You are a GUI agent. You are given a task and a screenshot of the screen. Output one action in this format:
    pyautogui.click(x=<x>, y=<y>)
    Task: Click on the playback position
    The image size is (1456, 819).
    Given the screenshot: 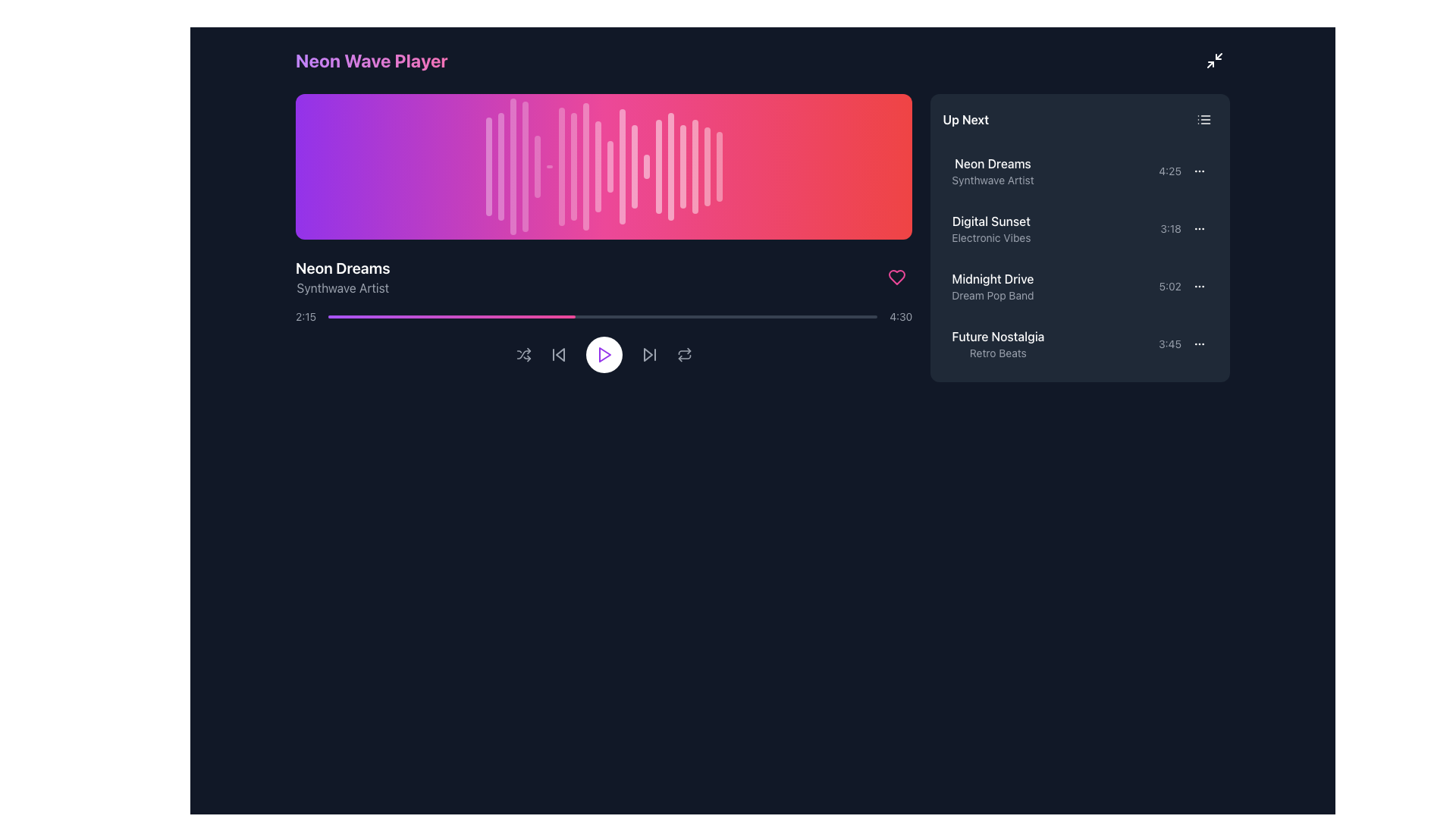 What is the action you would take?
    pyautogui.click(x=394, y=315)
    